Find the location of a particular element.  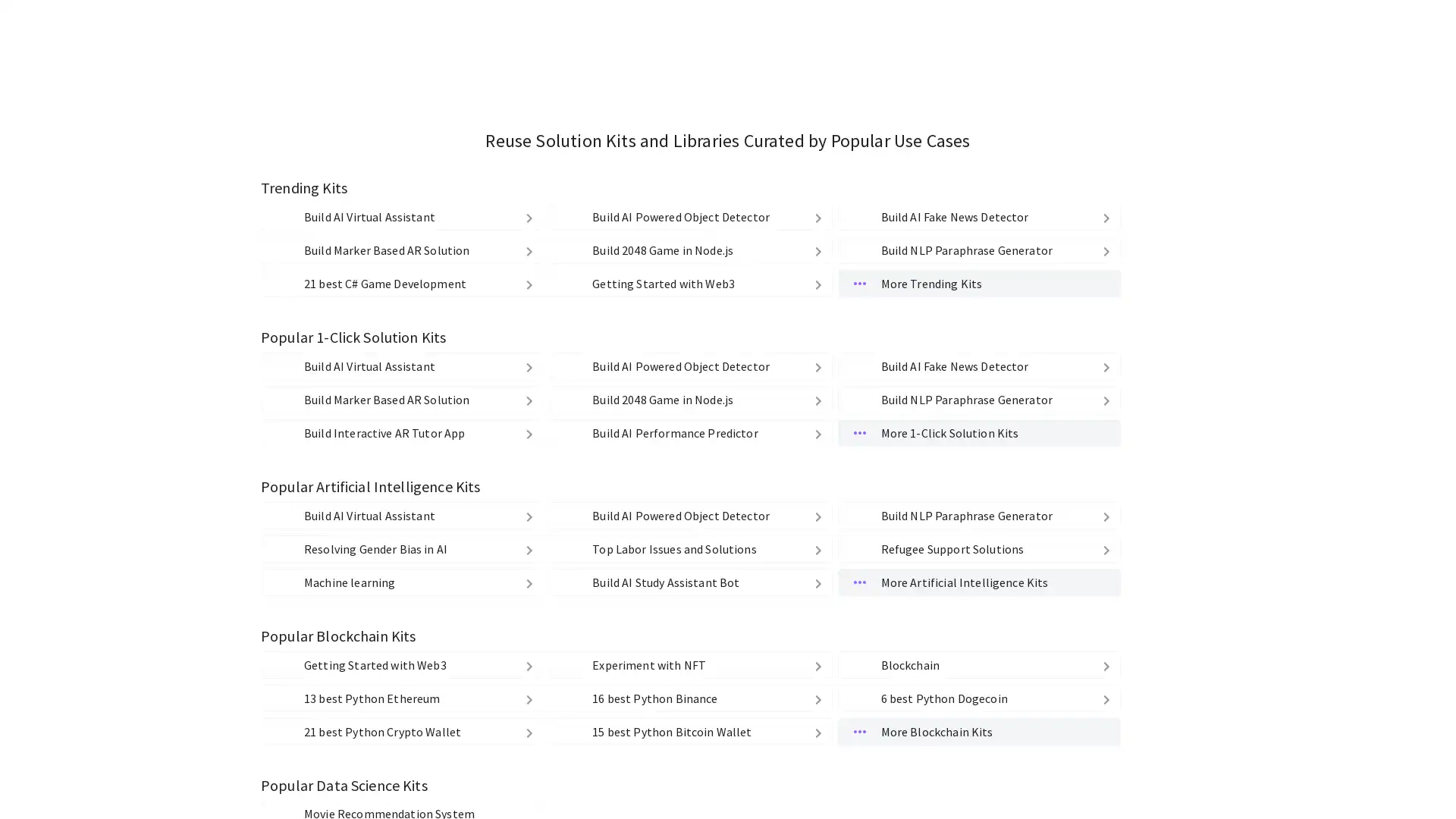

Low is located at coordinates (847, 382).